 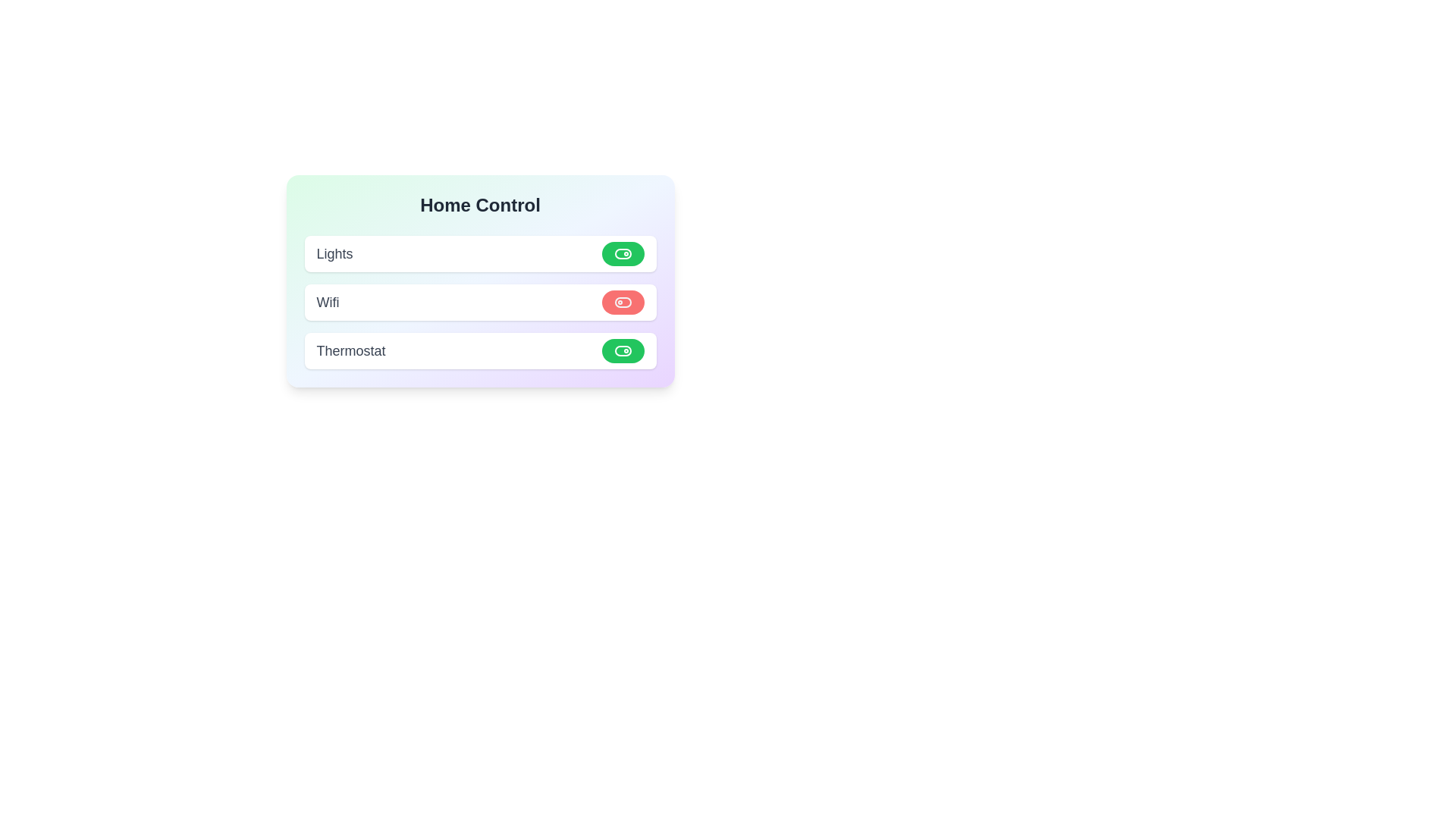 What do you see at coordinates (623, 253) in the screenshot?
I see `the active green toggle switch located in the 'lights' section to change its state` at bounding box center [623, 253].